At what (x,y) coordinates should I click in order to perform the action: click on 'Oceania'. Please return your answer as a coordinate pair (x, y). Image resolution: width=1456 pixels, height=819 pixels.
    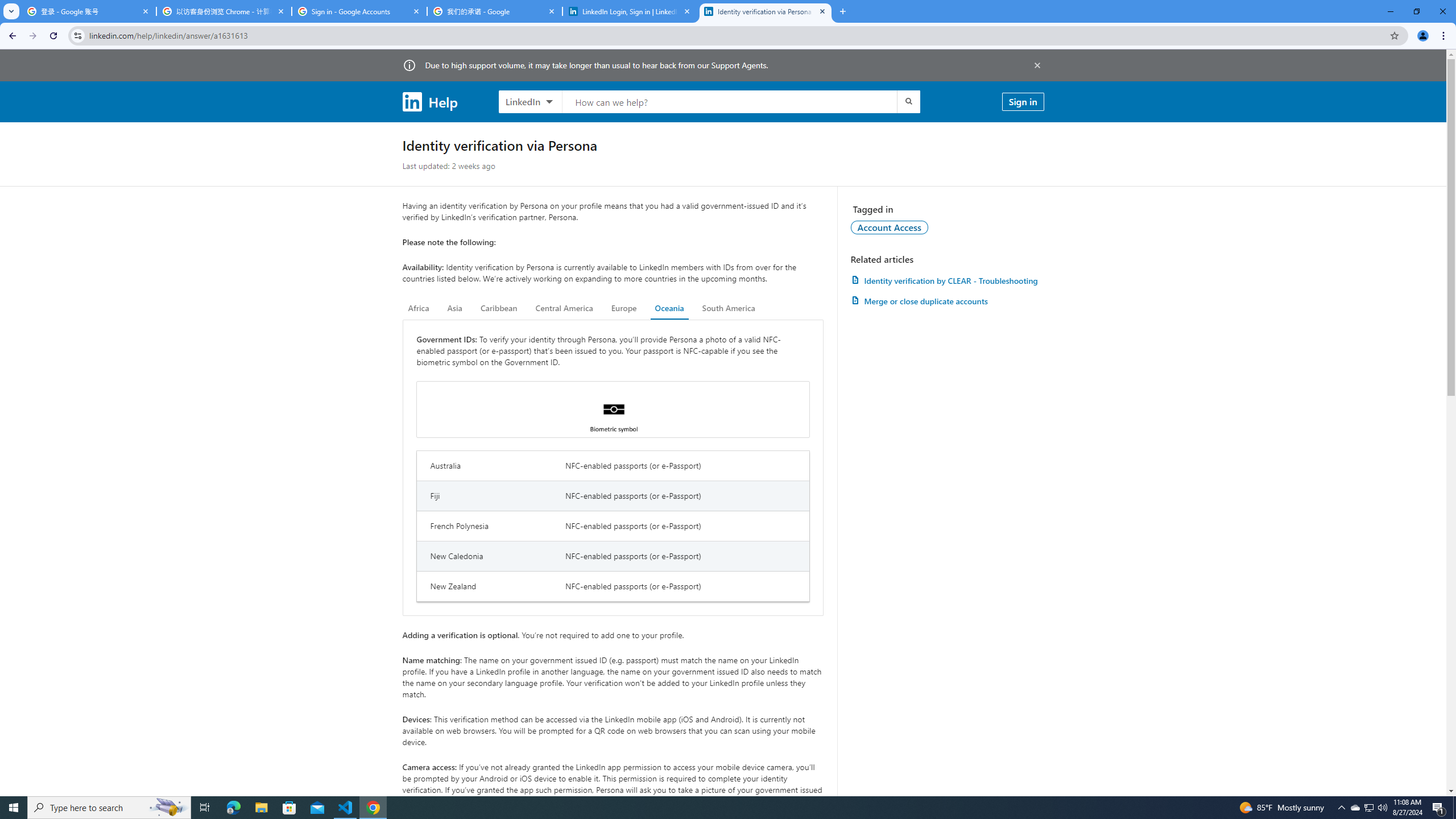
    Looking at the image, I should click on (668, 308).